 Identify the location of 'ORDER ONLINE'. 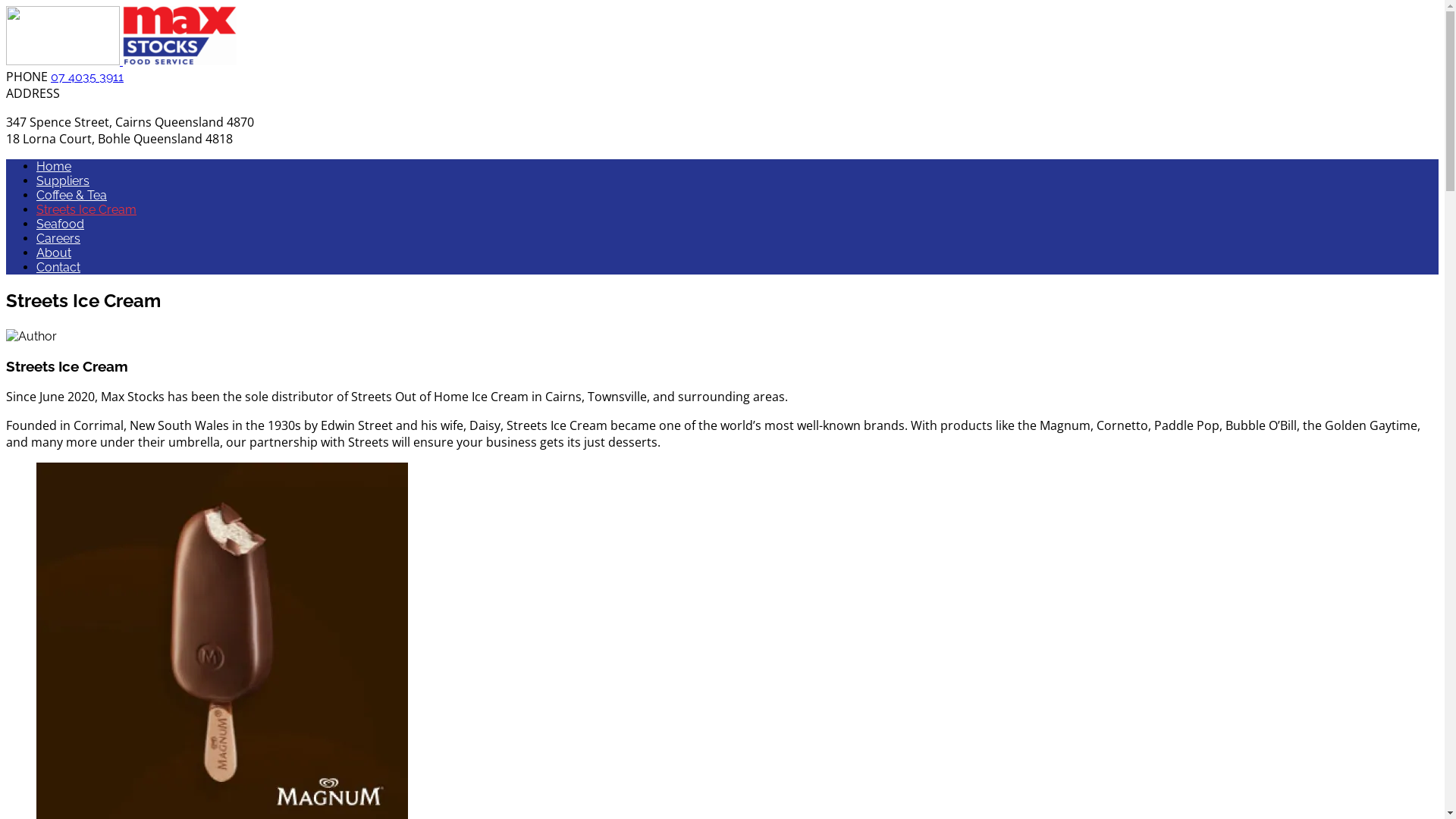
(1381, 312).